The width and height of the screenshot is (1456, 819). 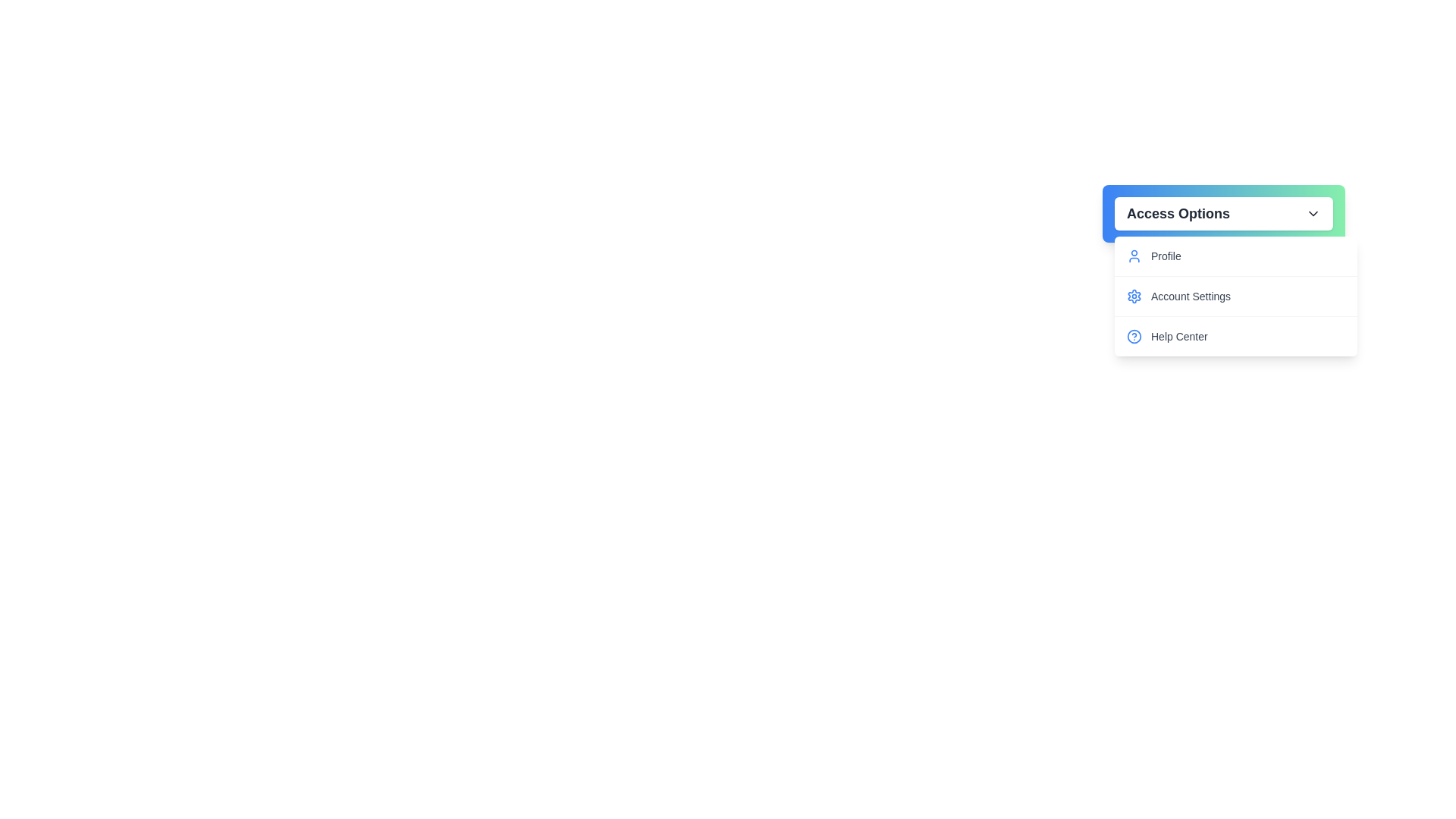 What do you see at coordinates (1223, 213) in the screenshot?
I see `the 'Access Options' dropdown toggle button located at the top of the vertical menu panel for rapid activation` at bounding box center [1223, 213].